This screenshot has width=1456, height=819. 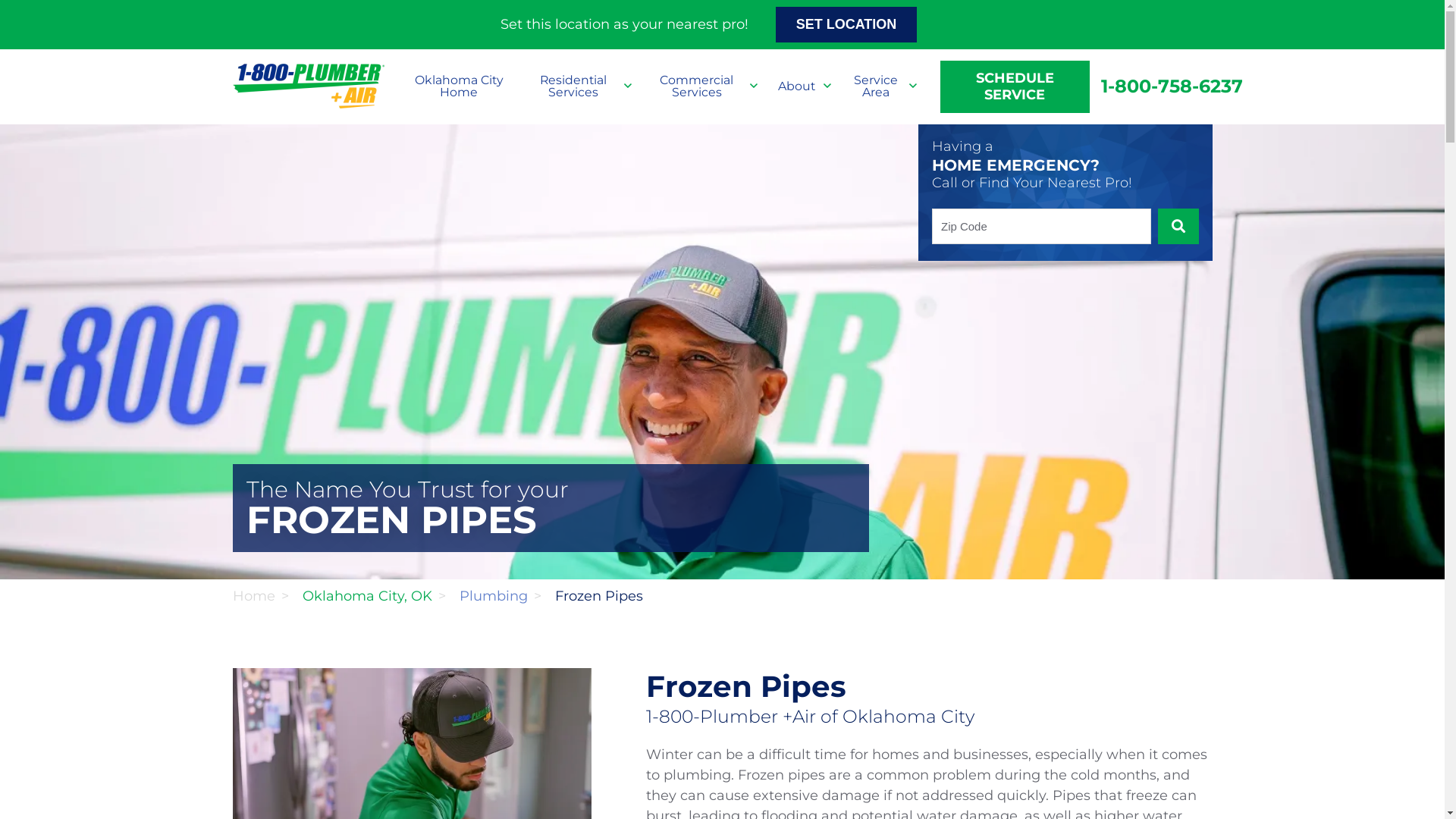 I want to click on 'Service Area', so click(x=881, y=86).